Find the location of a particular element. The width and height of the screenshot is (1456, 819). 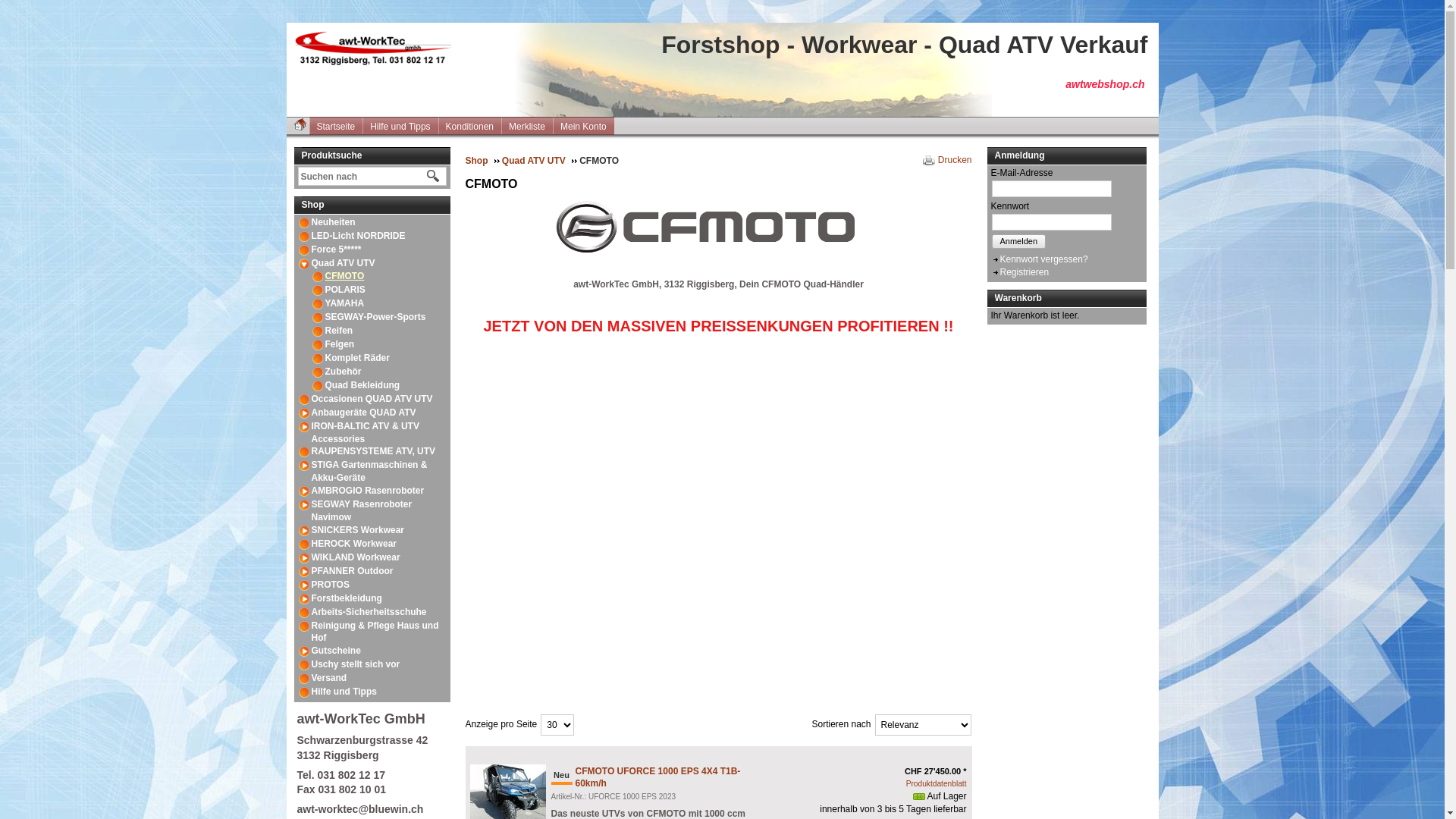

'Produktdatenblatt' is located at coordinates (935, 783).